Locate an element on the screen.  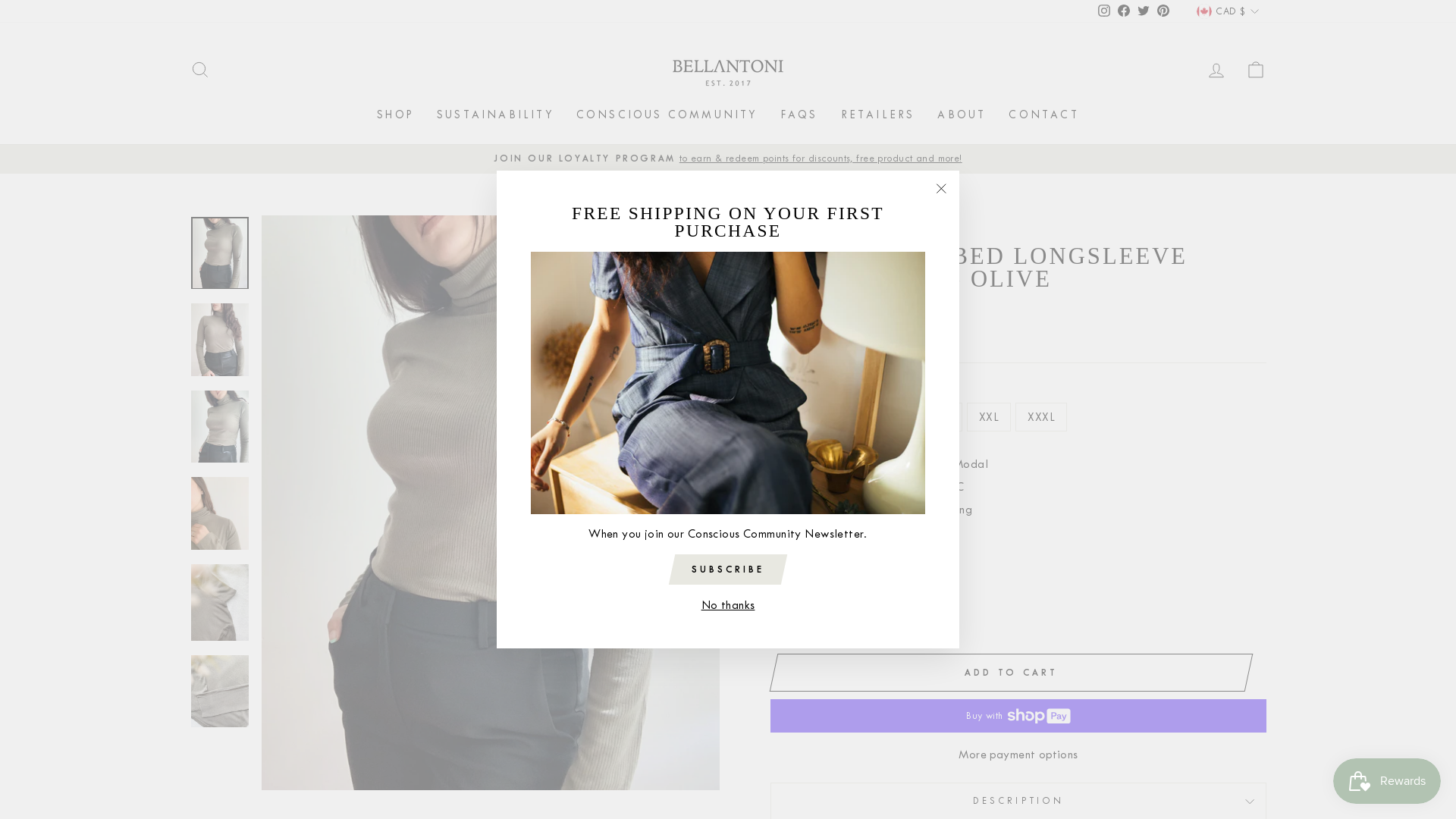
'Pinterest' is located at coordinates (1153, 11).